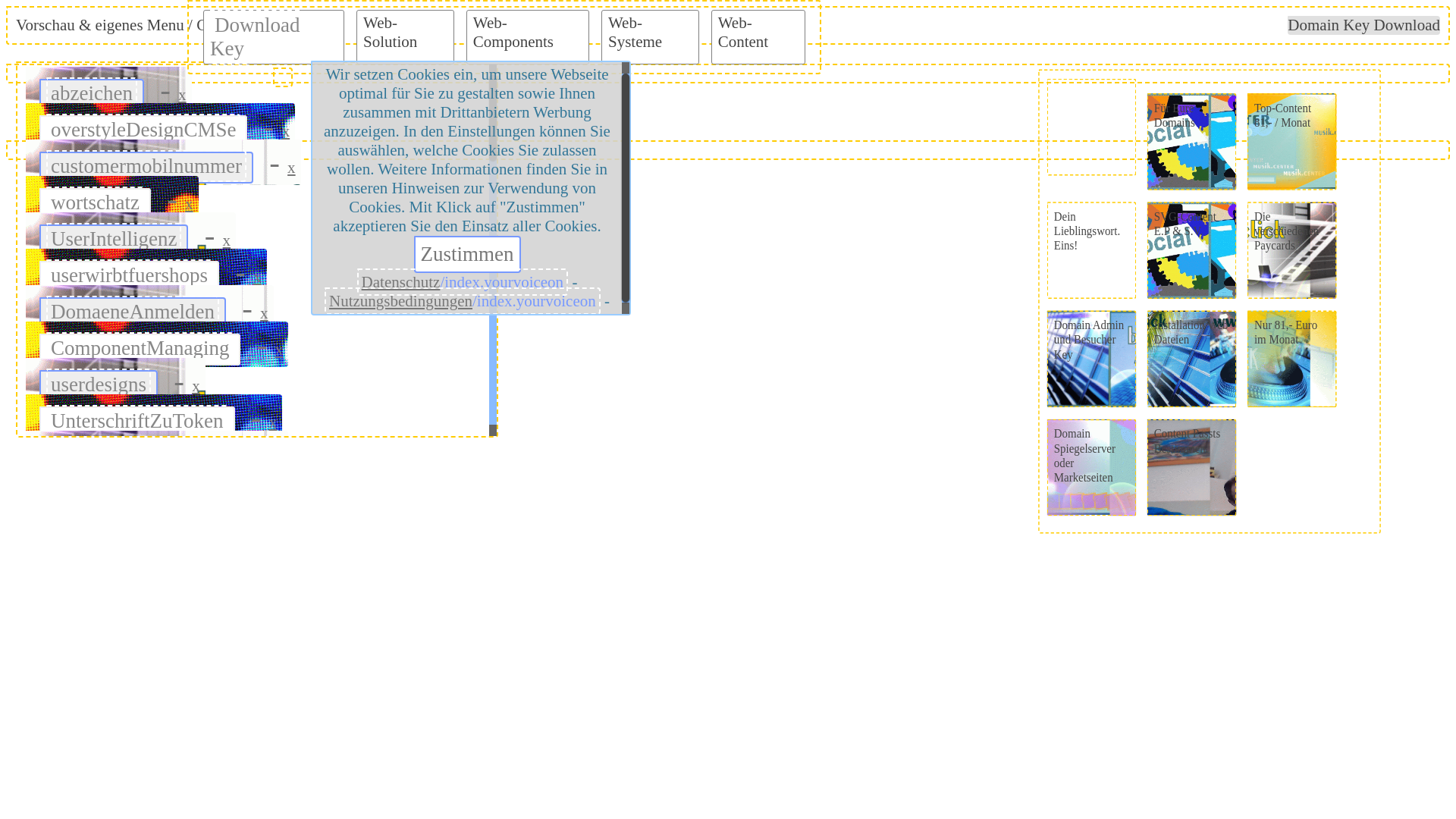 This screenshot has width=1456, height=819. Describe the element at coordinates (466, 253) in the screenshot. I see `'Zustimmen'` at that location.